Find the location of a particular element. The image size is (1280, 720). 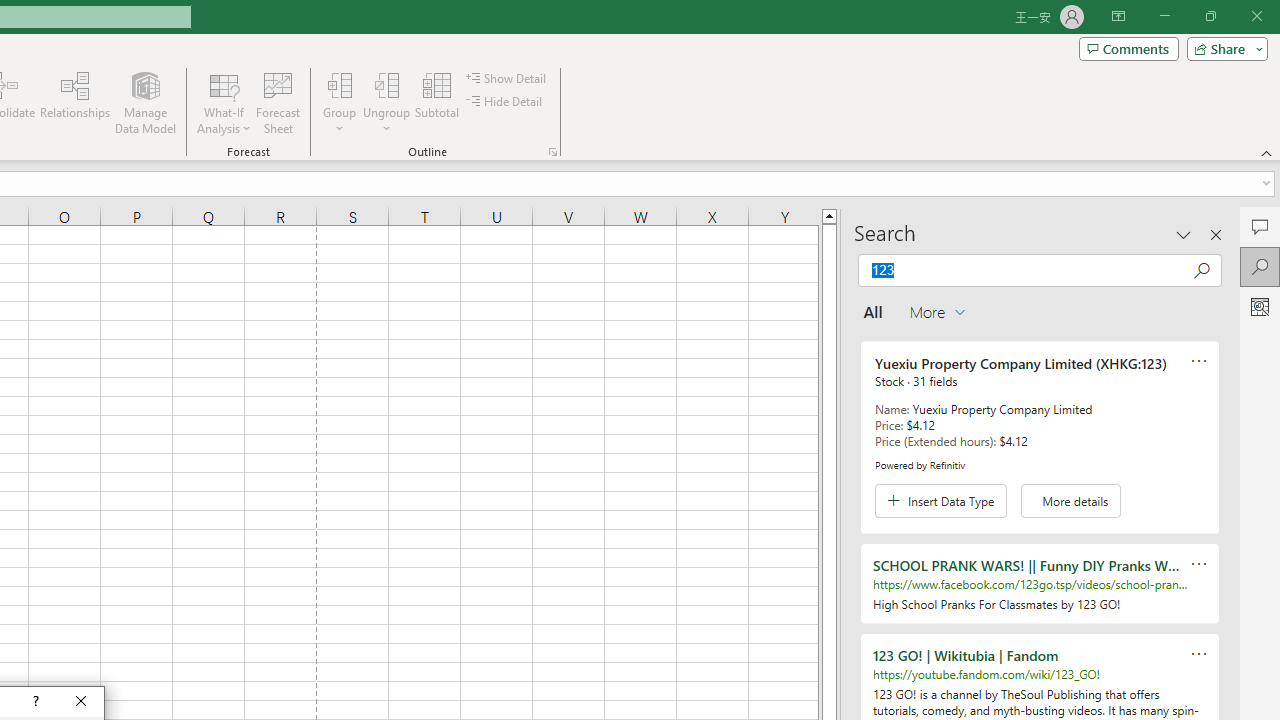

'Manage Data Model' is located at coordinates (144, 103).